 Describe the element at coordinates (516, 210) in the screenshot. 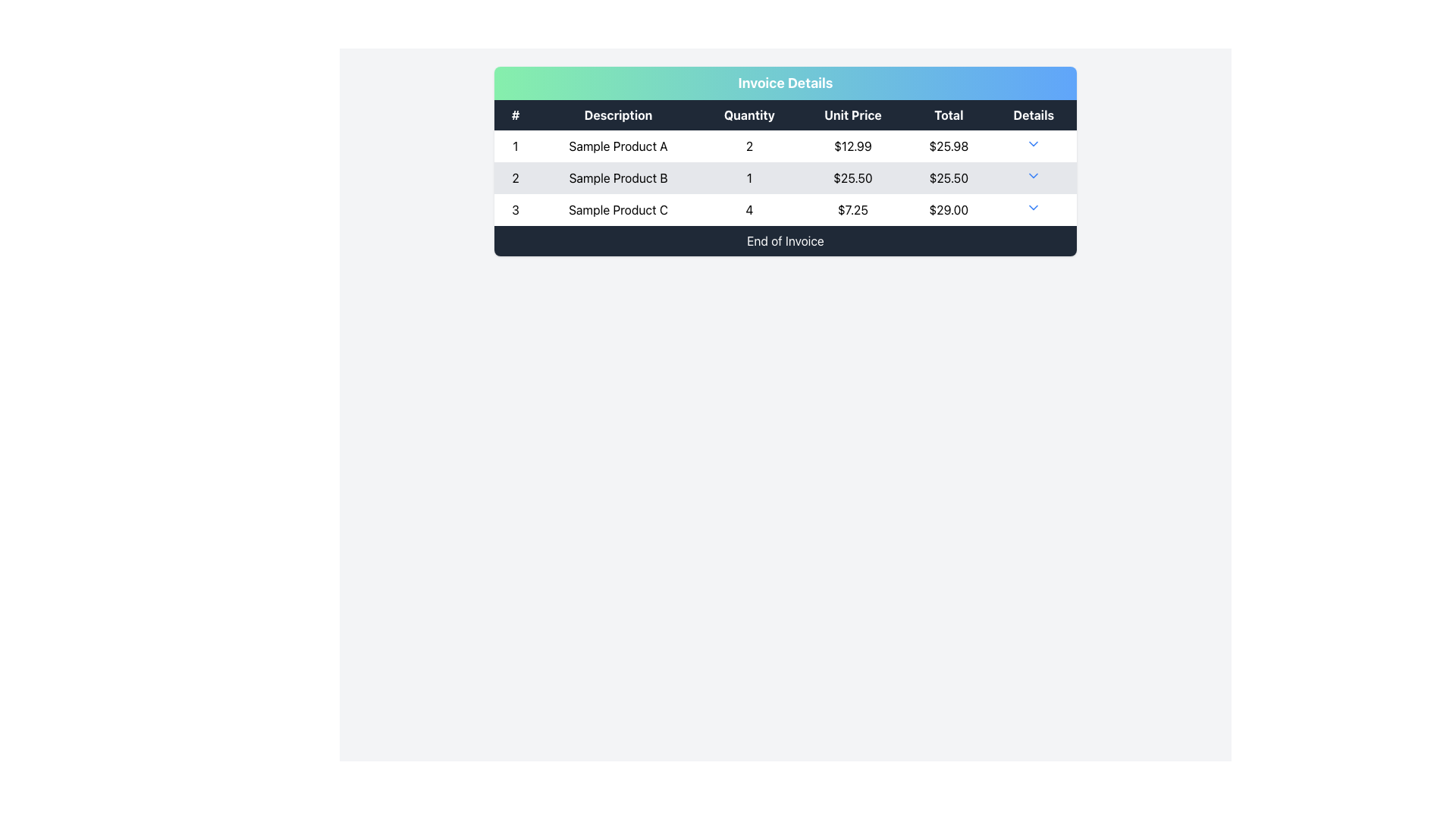

I see `the identifier text in the leftmost column of the third row of the 'Invoice Details' table` at that location.